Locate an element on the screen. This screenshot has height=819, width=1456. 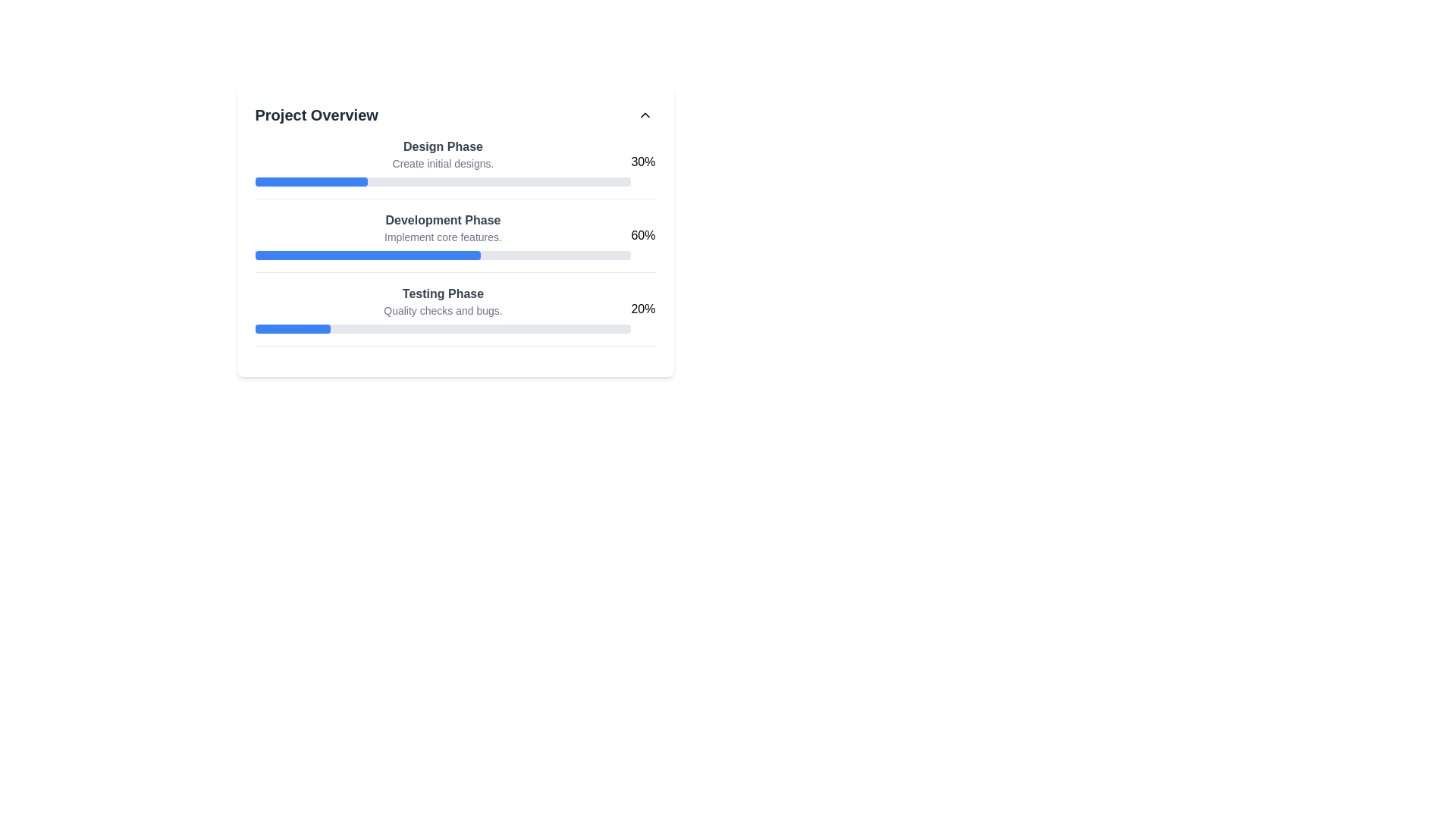
the '30%' bold text label, which is the rightmost element in the 'Design Phase' progress indicator section is located at coordinates (643, 162).